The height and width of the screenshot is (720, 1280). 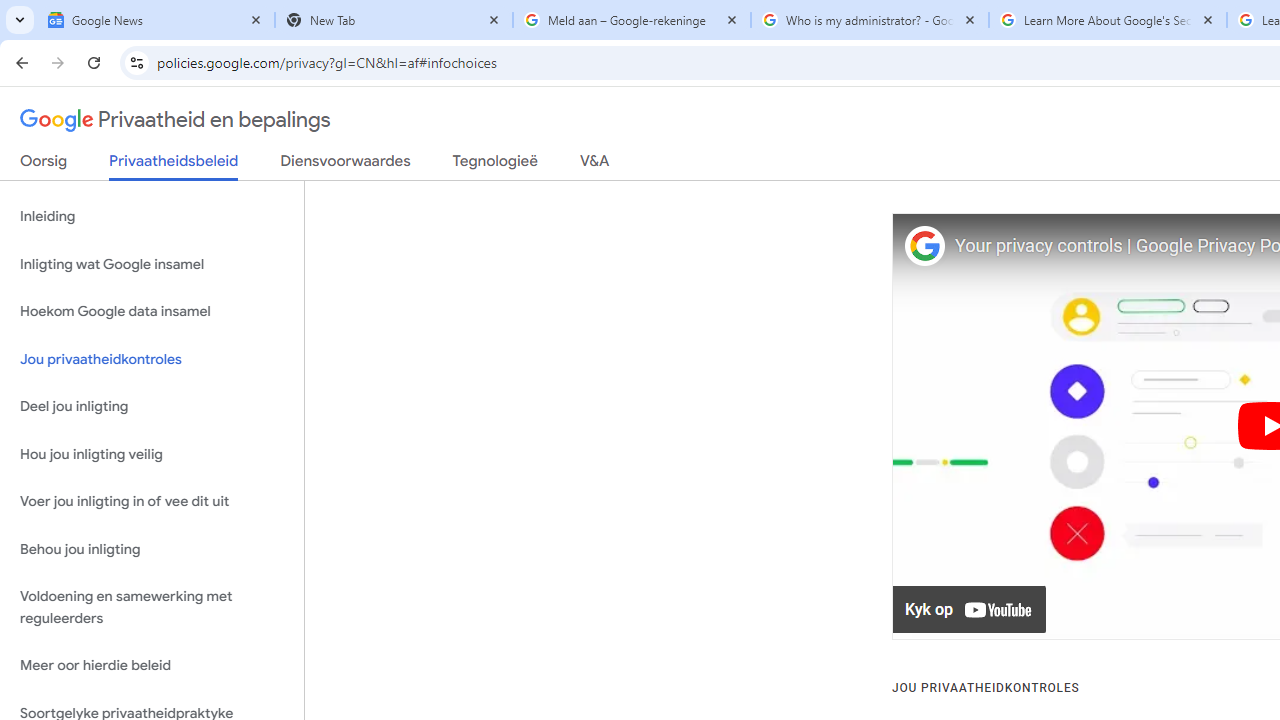 I want to click on 'Fotobeeld van Google', so click(x=923, y=245).